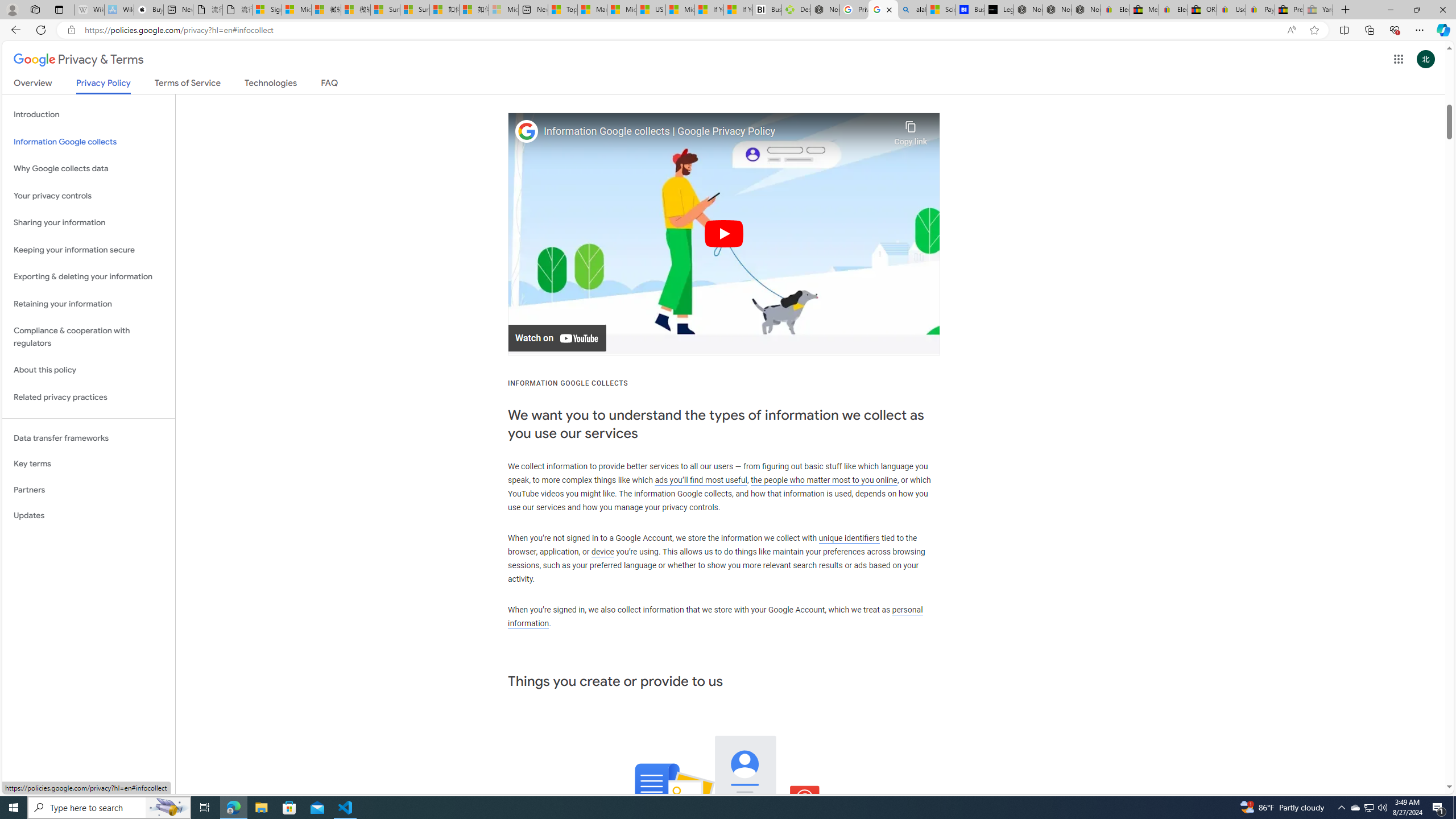  Describe the element at coordinates (796, 9) in the screenshot. I see `'Descarga Driver Updater'` at that location.